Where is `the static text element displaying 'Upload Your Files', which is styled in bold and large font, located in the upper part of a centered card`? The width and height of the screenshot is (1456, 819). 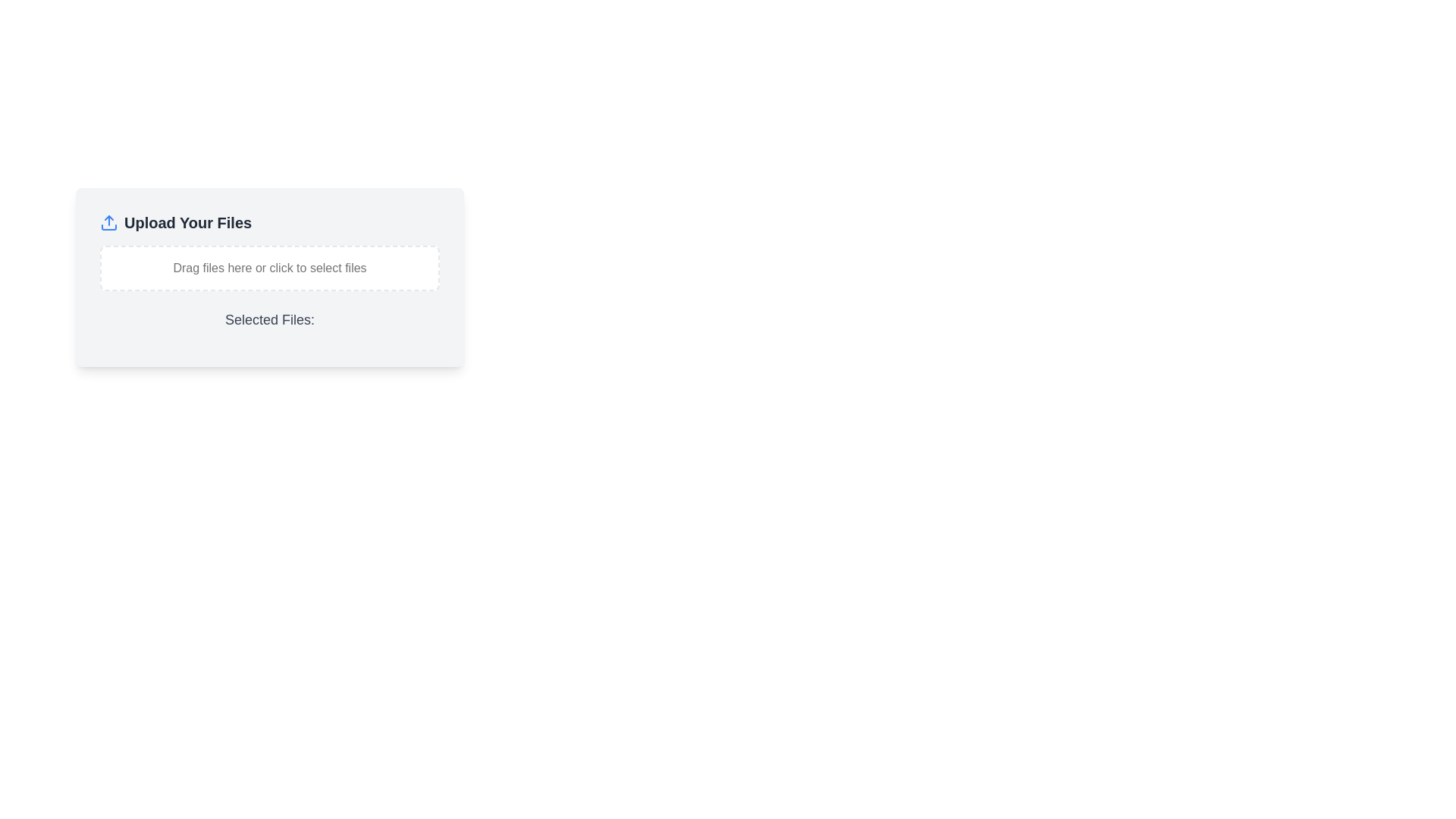 the static text element displaying 'Upload Your Files', which is styled in bold and large font, located in the upper part of a centered card is located at coordinates (187, 222).